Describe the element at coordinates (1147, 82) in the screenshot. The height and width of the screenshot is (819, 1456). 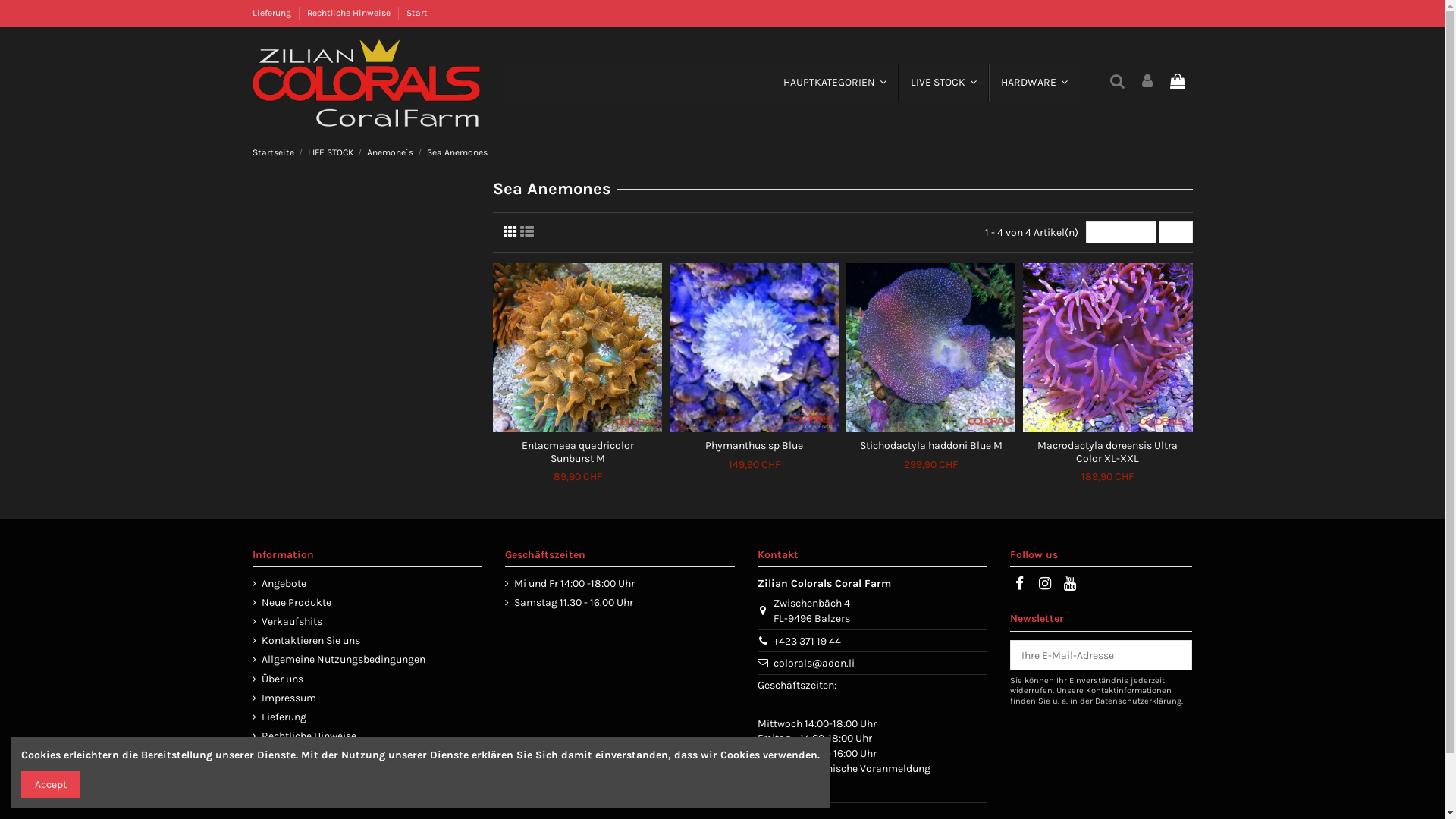
I see `'Anmelden zu Ihrem Kundenbereich'` at that location.